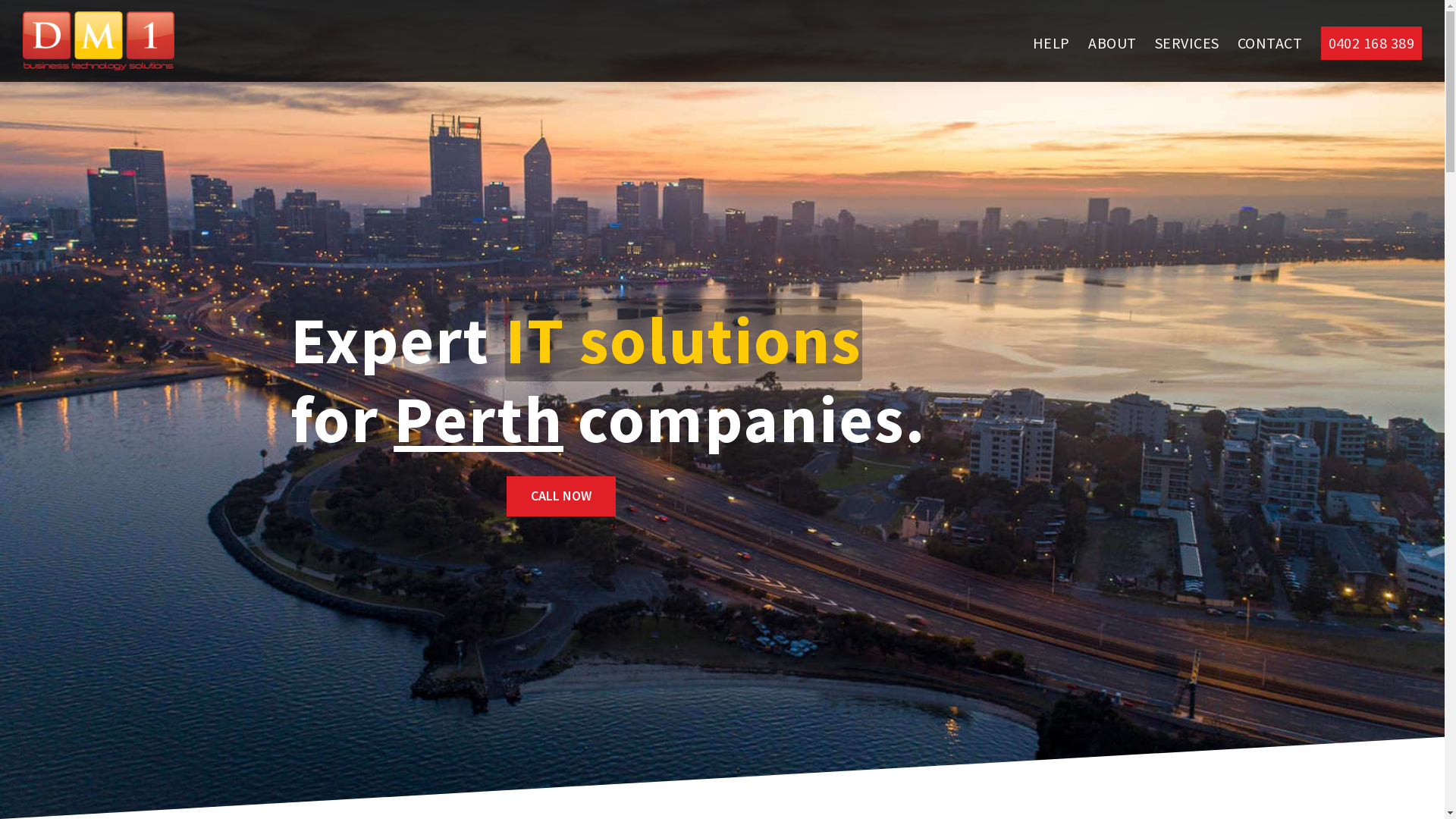 The height and width of the screenshot is (819, 1456). I want to click on 'CONTACT', so click(1269, 42).